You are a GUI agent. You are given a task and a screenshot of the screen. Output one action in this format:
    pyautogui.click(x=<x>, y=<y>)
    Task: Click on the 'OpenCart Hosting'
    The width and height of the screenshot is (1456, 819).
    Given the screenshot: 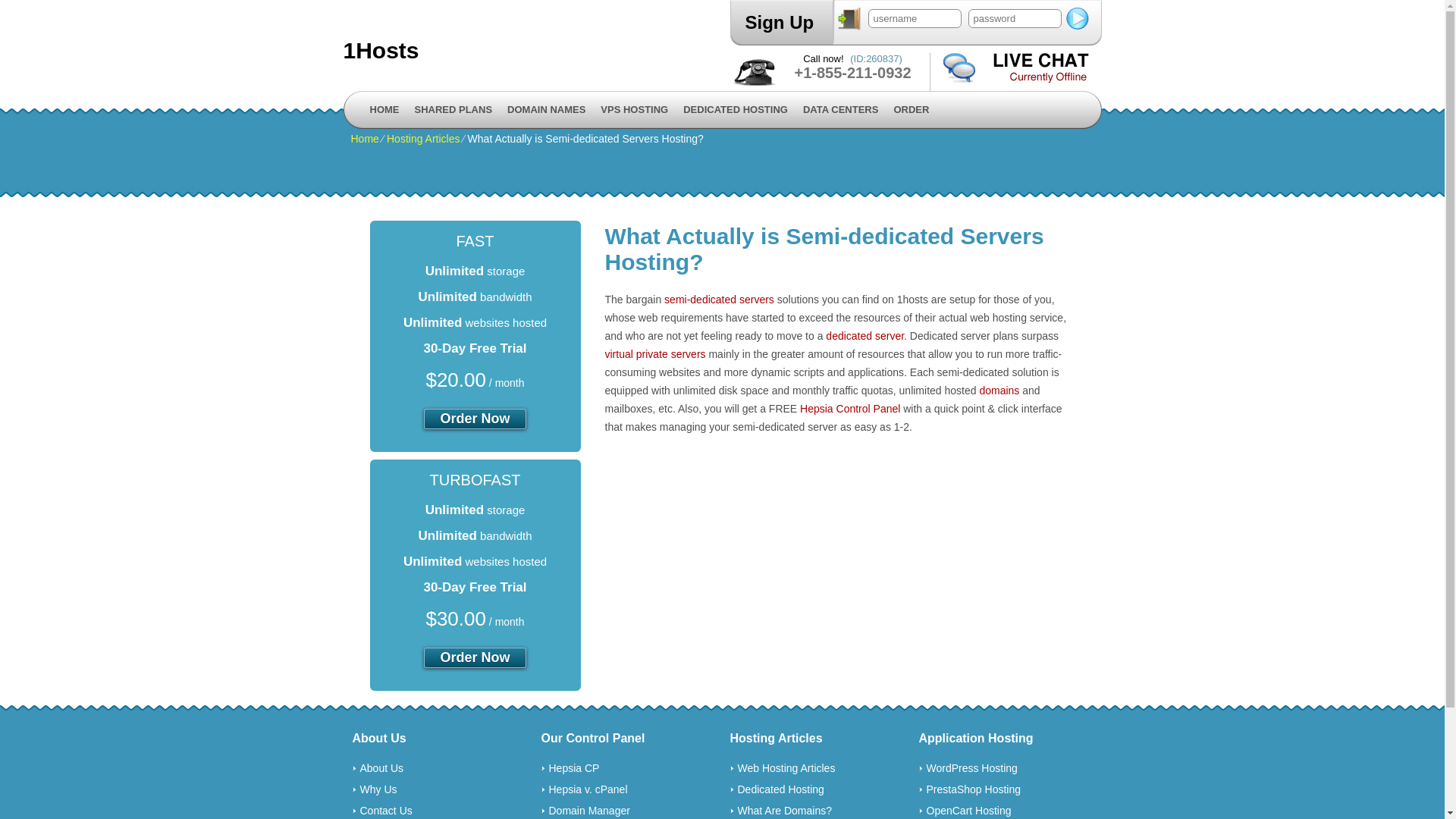 What is the action you would take?
    pyautogui.click(x=968, y=809)
    